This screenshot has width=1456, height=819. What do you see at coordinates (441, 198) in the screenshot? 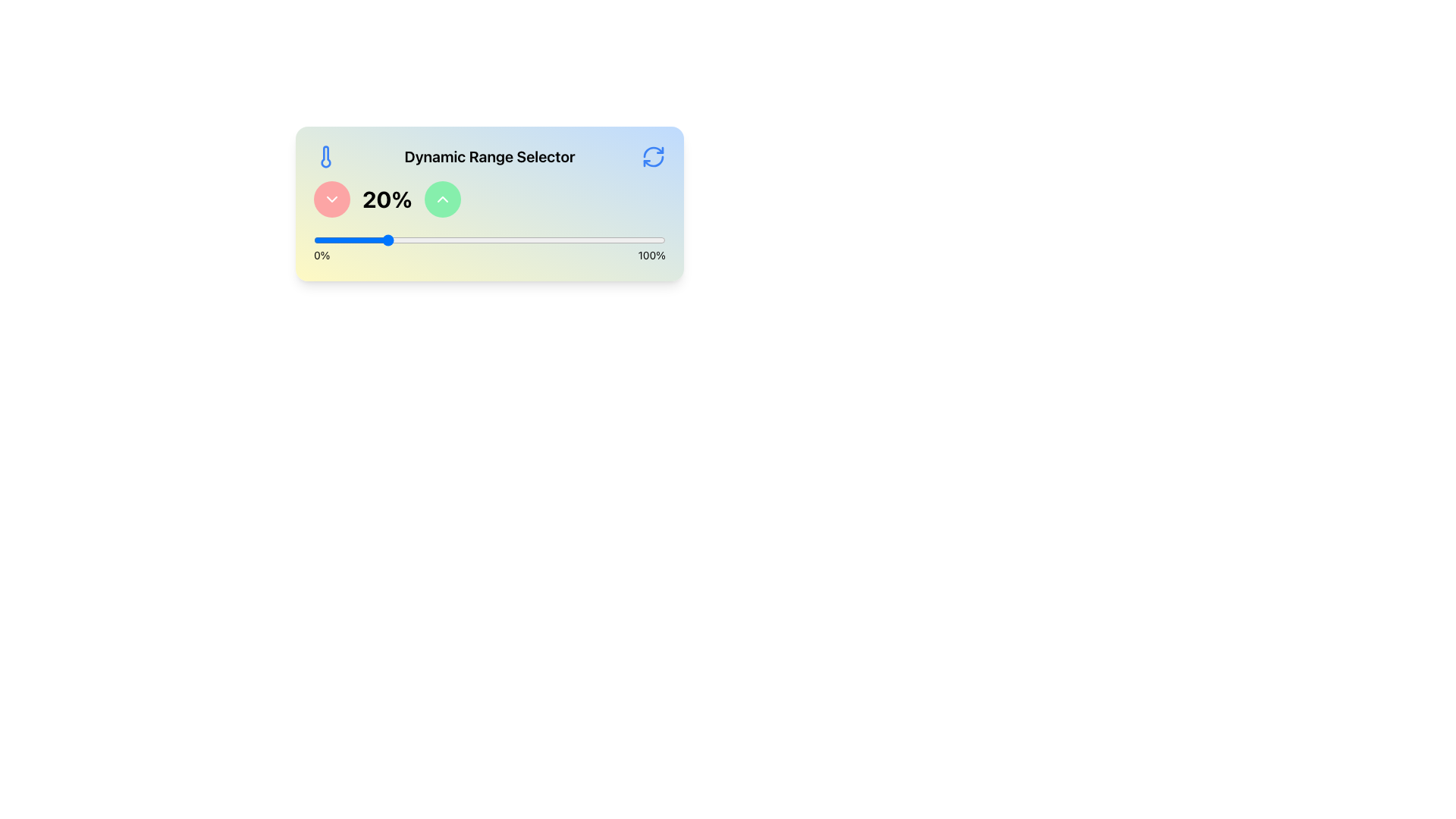
I see `the circular green button with an upward pointing chevron icon to increment the value` at bounding box center [441, 198].